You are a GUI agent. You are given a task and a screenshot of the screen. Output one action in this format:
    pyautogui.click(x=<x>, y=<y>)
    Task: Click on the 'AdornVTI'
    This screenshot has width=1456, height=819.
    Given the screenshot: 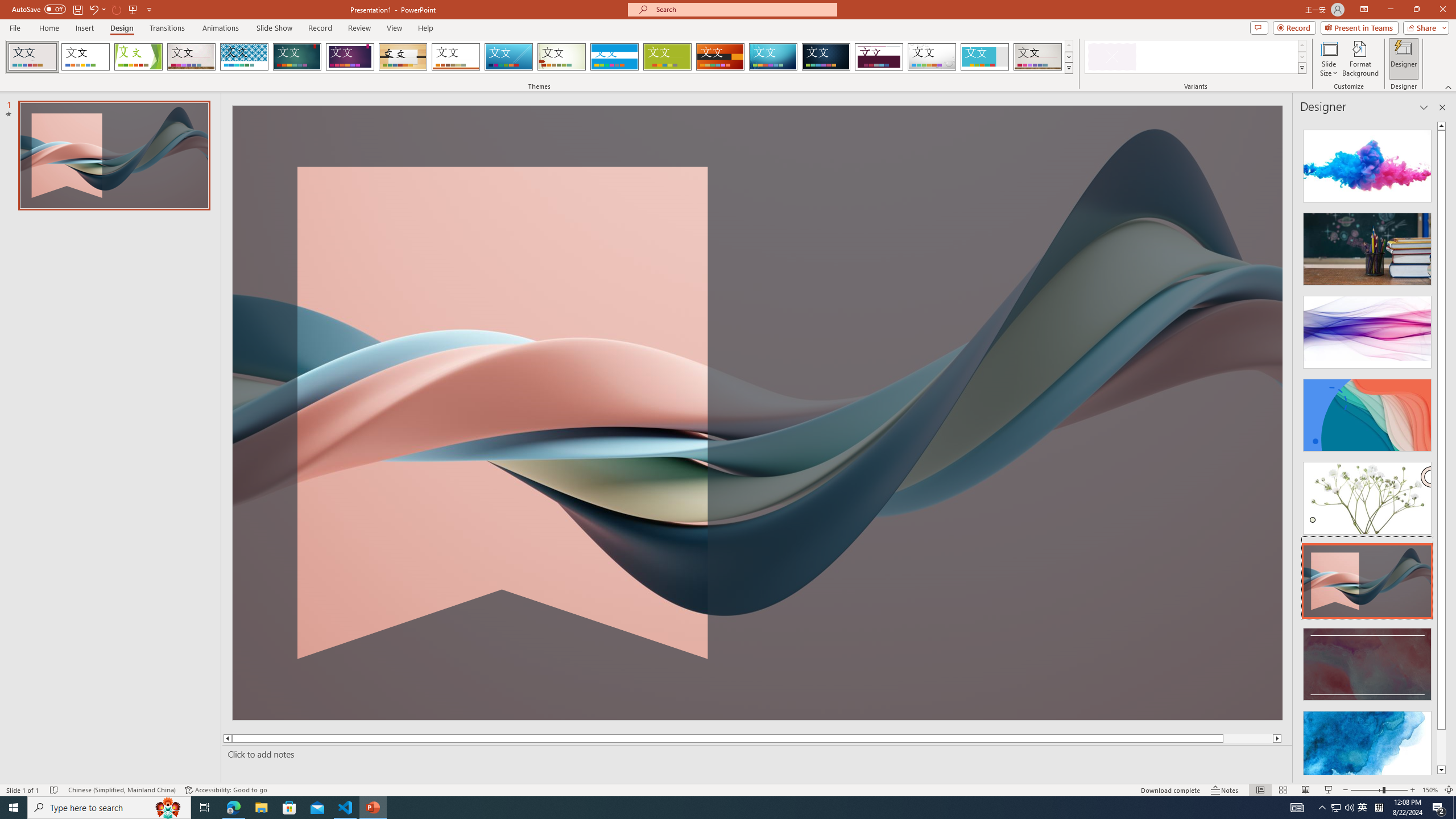 What is the action you would take?
    pyautogui.click(x=32, y=56)
    